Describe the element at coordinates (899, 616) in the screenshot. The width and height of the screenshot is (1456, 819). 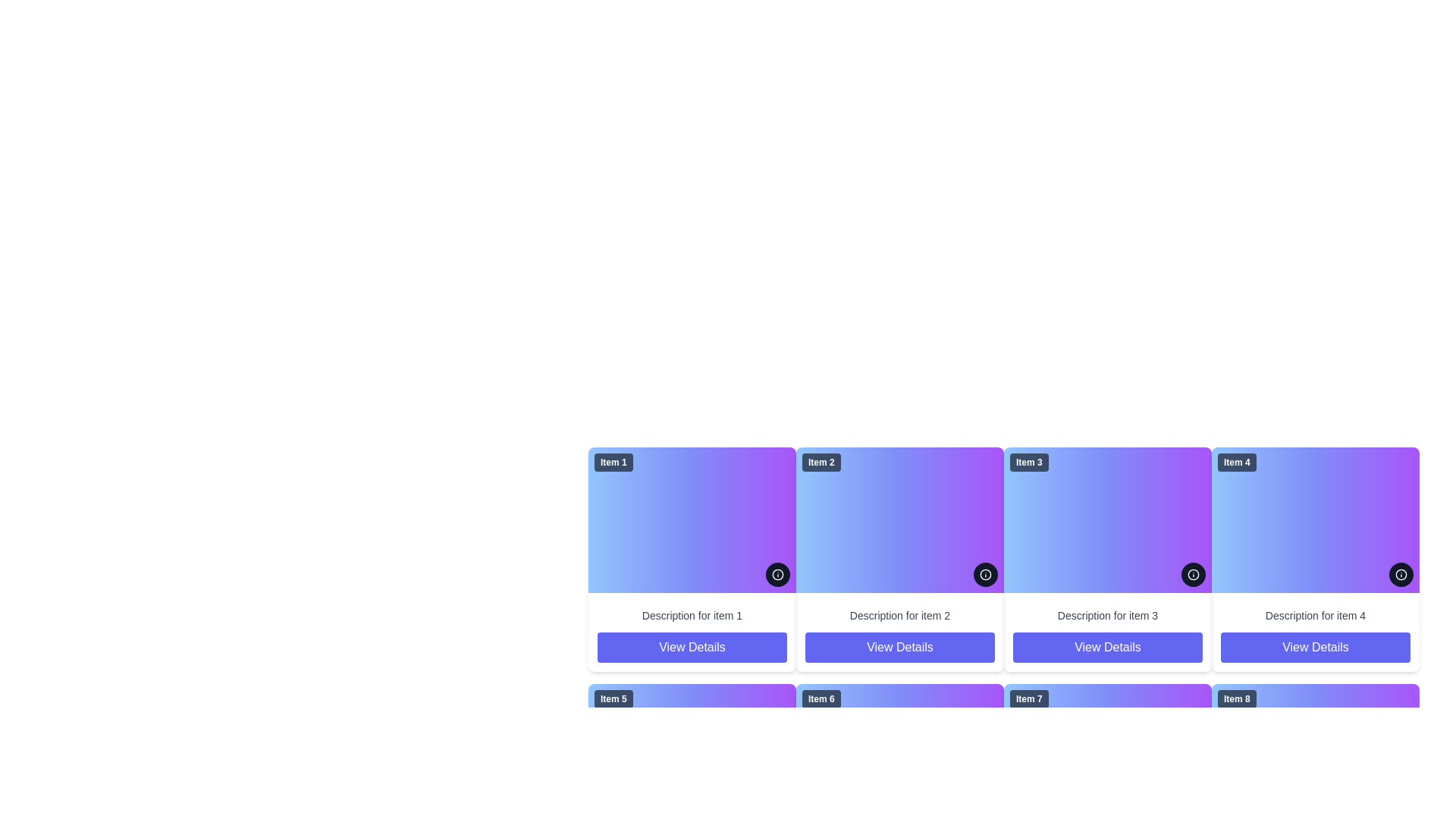
I see `the static text block displaying 'Description for item 2' which is styled with a medium-sized gray font and positioned within the card labeled 'Item 2'` at that location.